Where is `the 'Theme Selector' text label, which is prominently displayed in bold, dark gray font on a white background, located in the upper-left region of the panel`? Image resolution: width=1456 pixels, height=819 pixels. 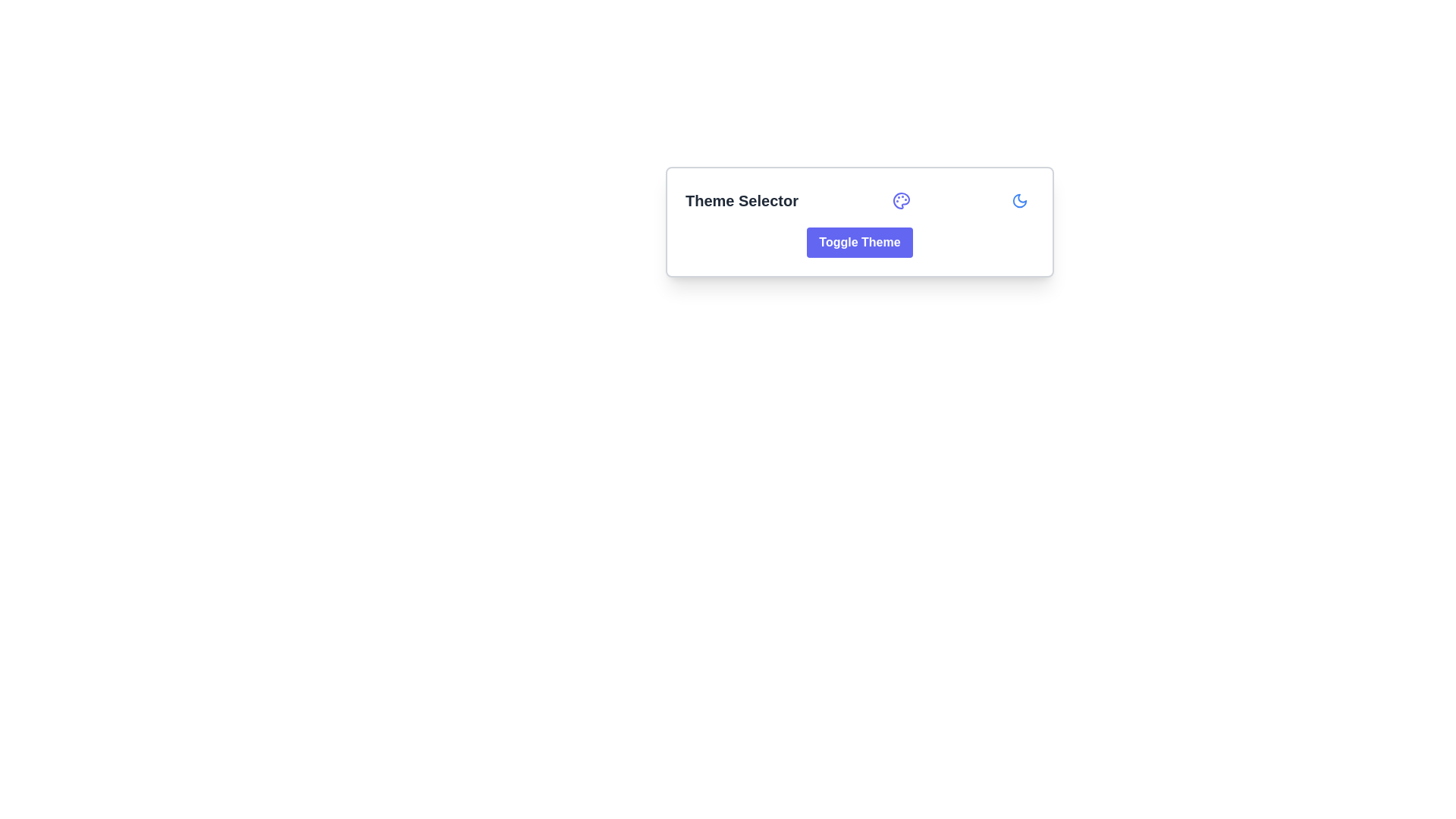 the 'Theme Selector' text label, which is prominently displayed in bold, dark gray font on a white background, located in the upper-left region of the panel is located at coordinates (742, 200).